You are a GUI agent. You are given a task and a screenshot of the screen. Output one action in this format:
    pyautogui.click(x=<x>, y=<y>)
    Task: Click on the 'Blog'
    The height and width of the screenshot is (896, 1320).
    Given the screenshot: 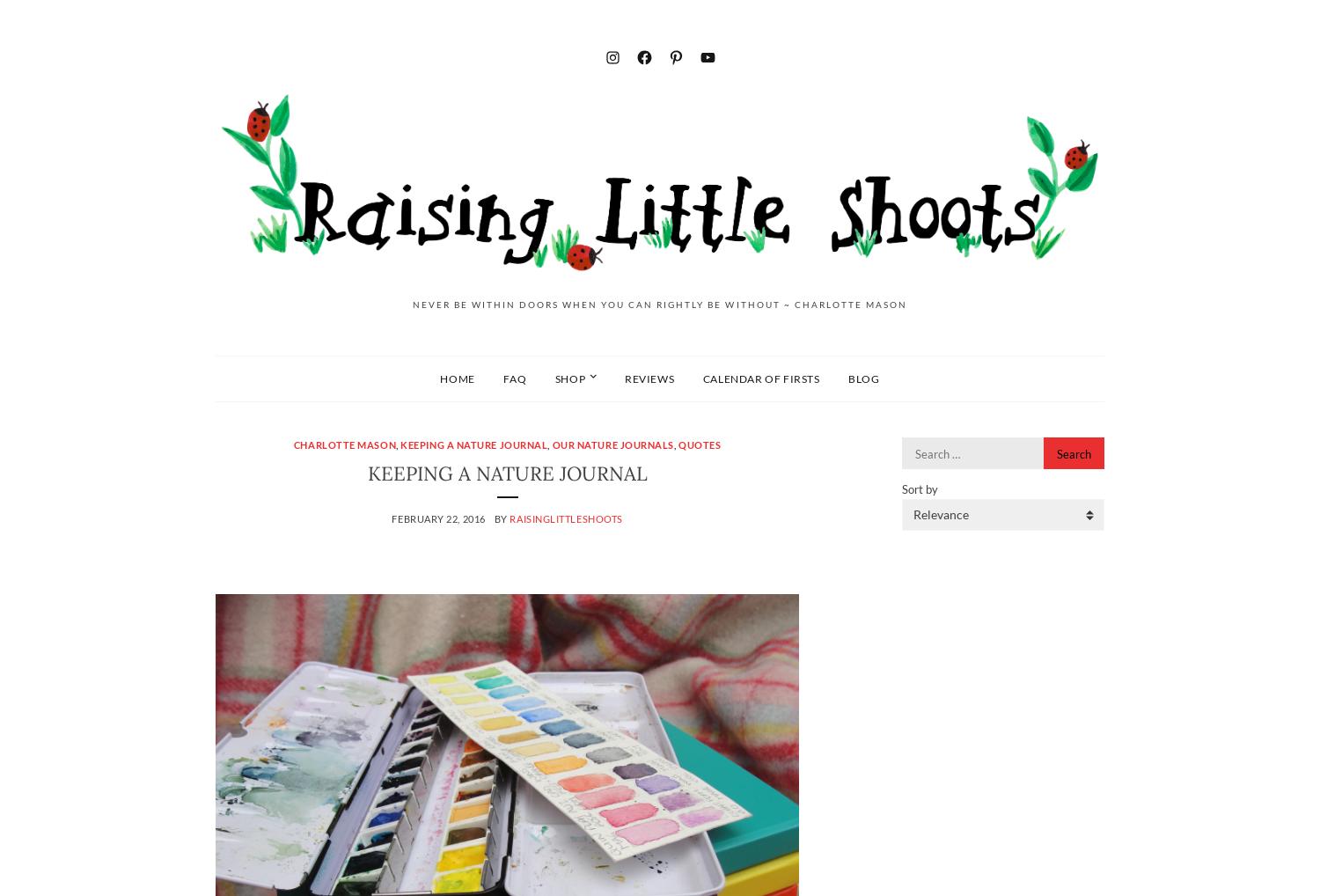 What is the action you would take?
    pyautogui.click(x=847, y=377)
    